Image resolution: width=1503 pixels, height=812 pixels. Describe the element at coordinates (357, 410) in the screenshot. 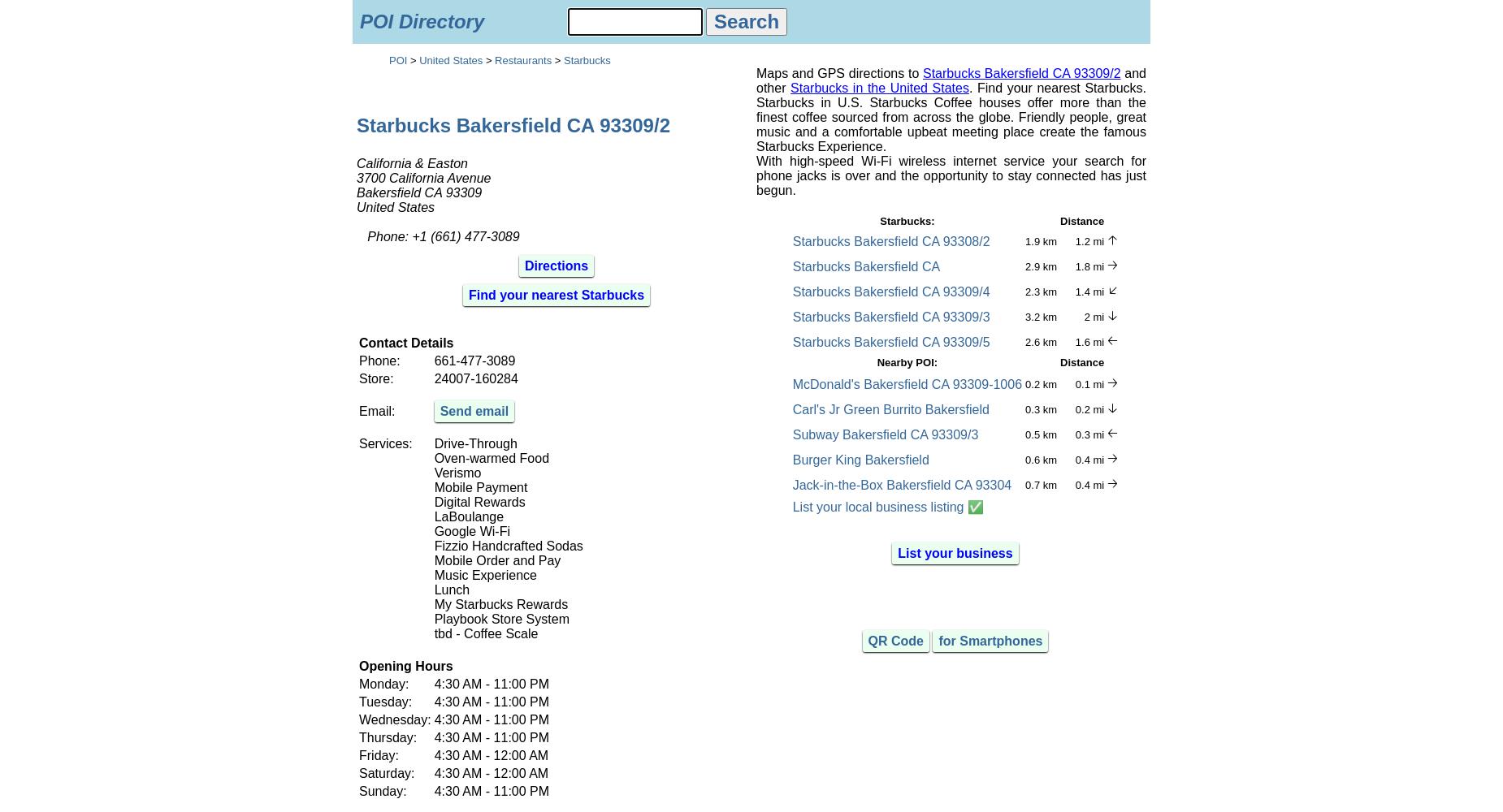

I see `'Email:'` at that location.